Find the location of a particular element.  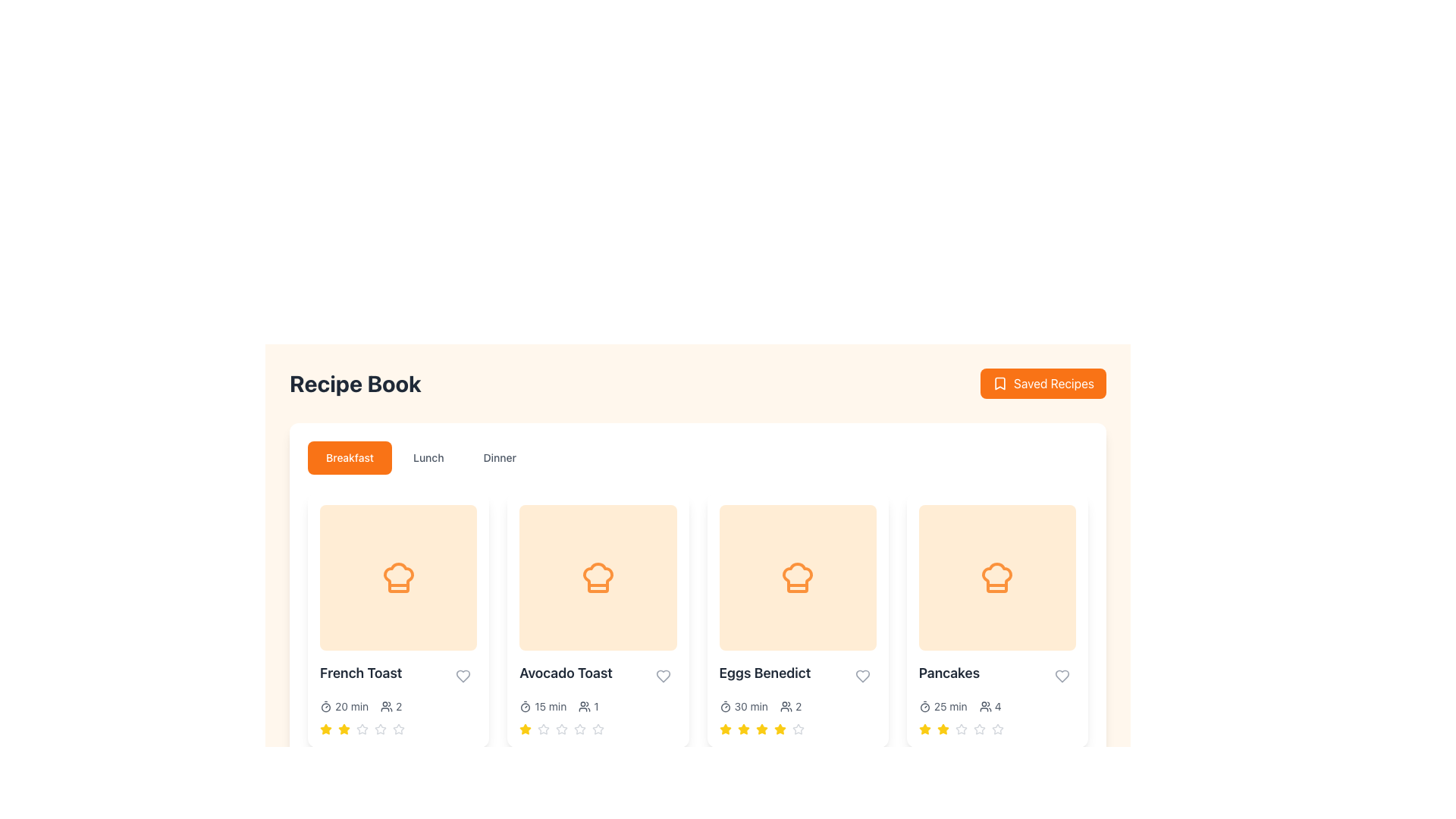

the rating stars display within the 'Pancakes' card, which consists of 5 stars where the first two are filled with yellow and the last three are gray, indicating the rating visually is located at coordinates (997, 728).